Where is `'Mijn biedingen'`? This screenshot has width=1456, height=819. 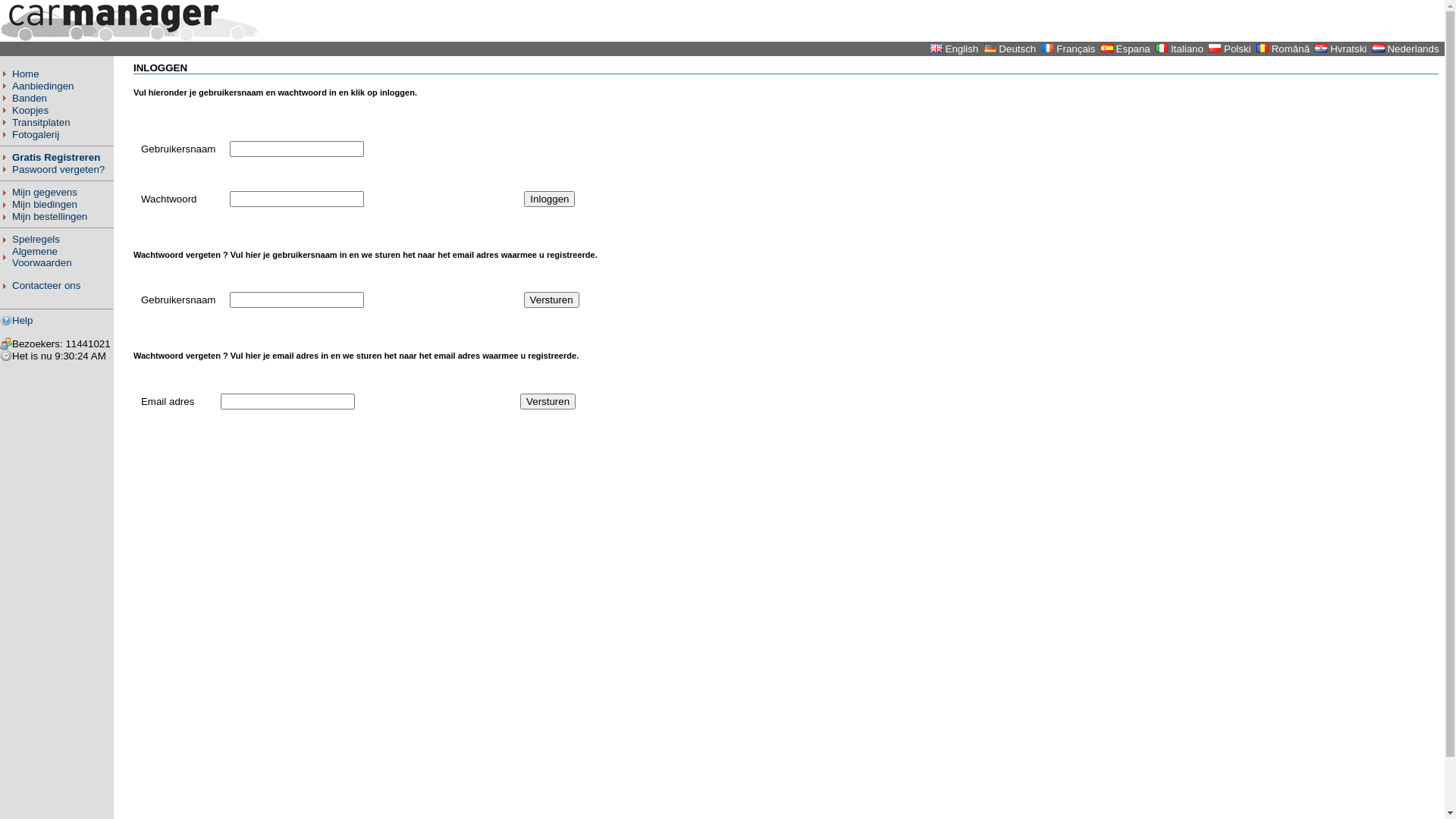
'Mijn biedingen' is located at coordinates (11, 203).